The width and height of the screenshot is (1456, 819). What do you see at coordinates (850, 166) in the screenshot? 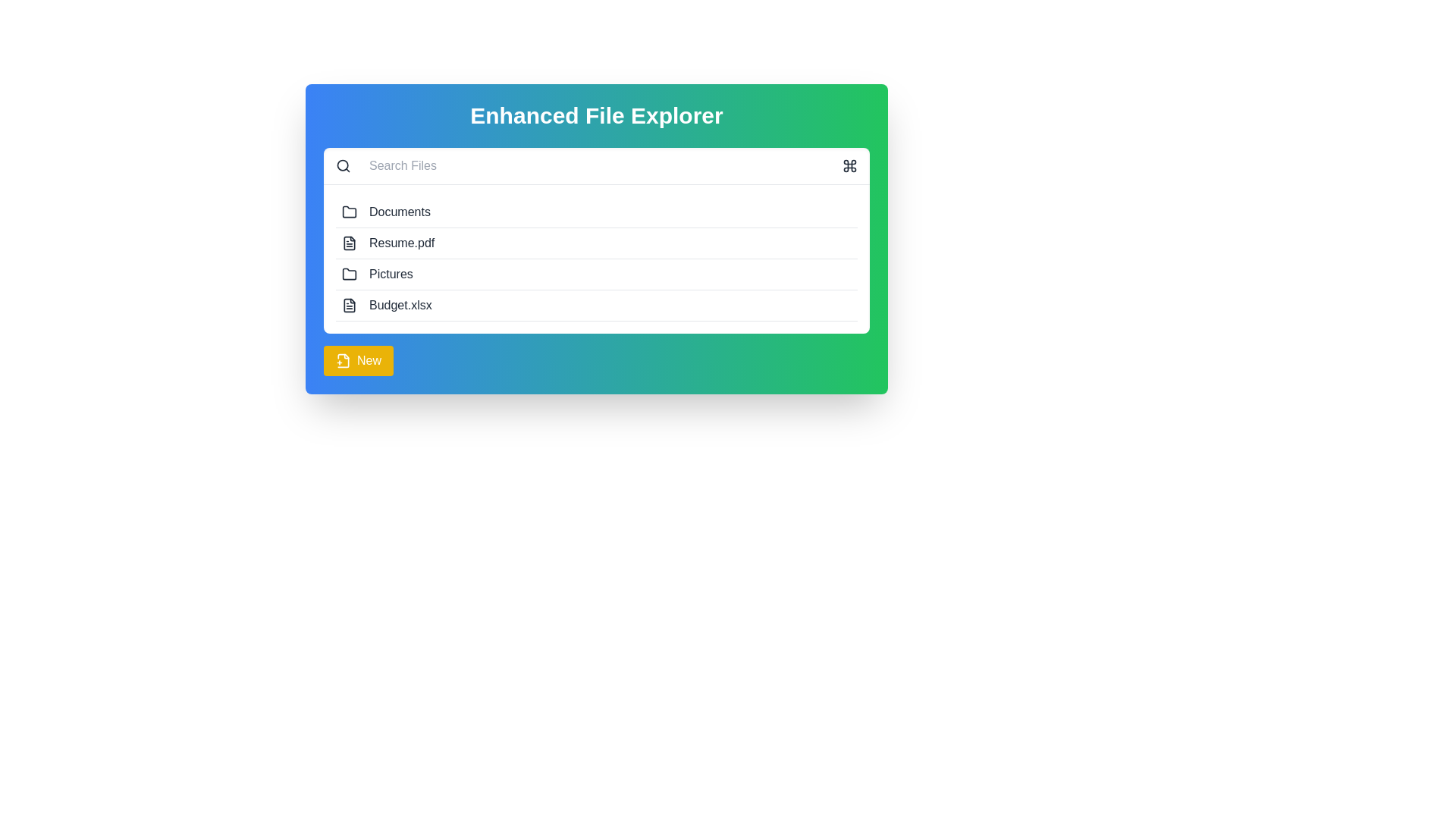
I see `the grid-like icon with four circular elements, located in the top-right corner of the white panel within the green gradient background` at bounding box center [850, 166].